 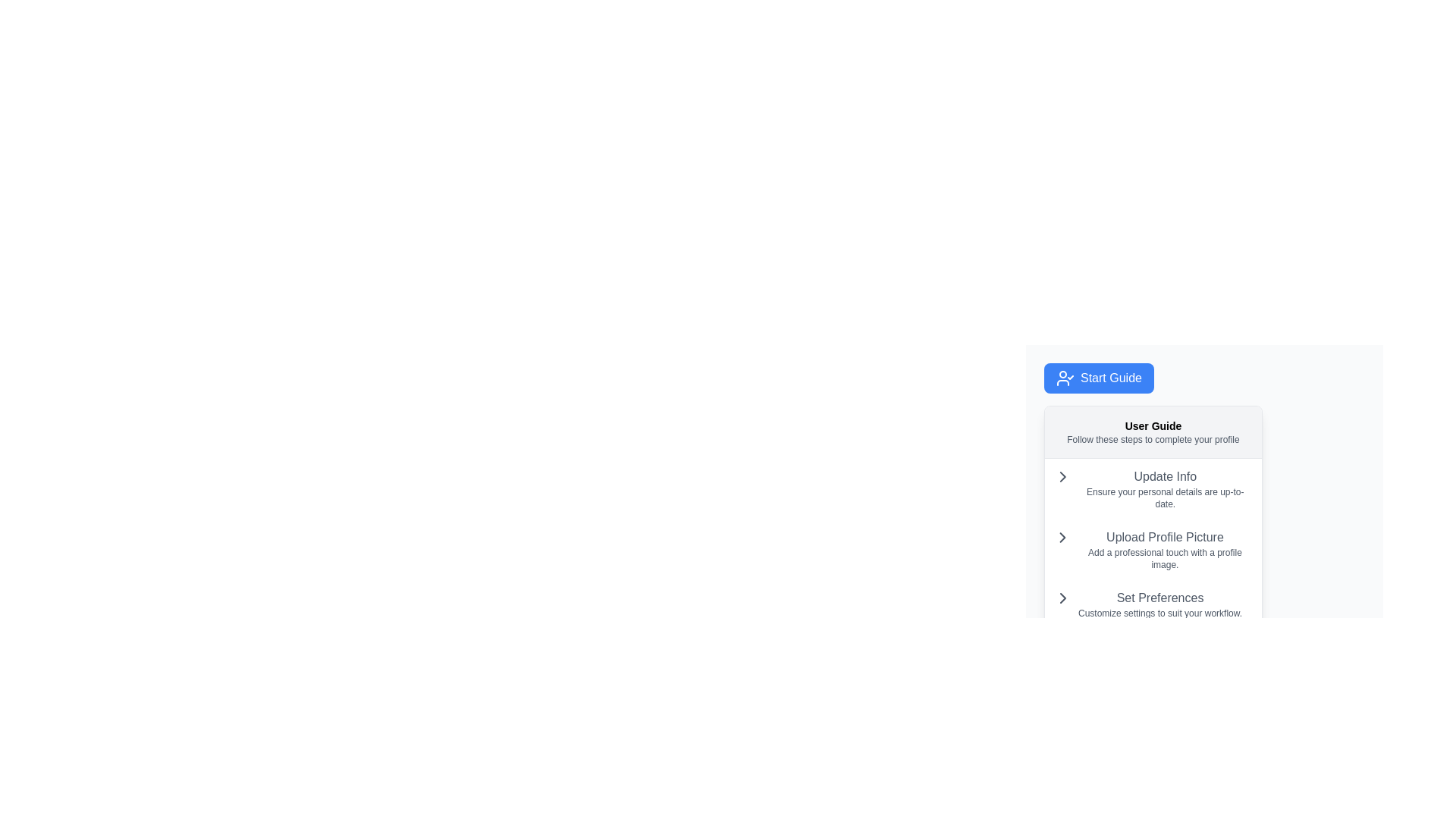 I want to click on the 'chevron right' SVG icon indicating navigation next to the 'Set Preferences' text to focus on it, so click(x=1062, y=598).